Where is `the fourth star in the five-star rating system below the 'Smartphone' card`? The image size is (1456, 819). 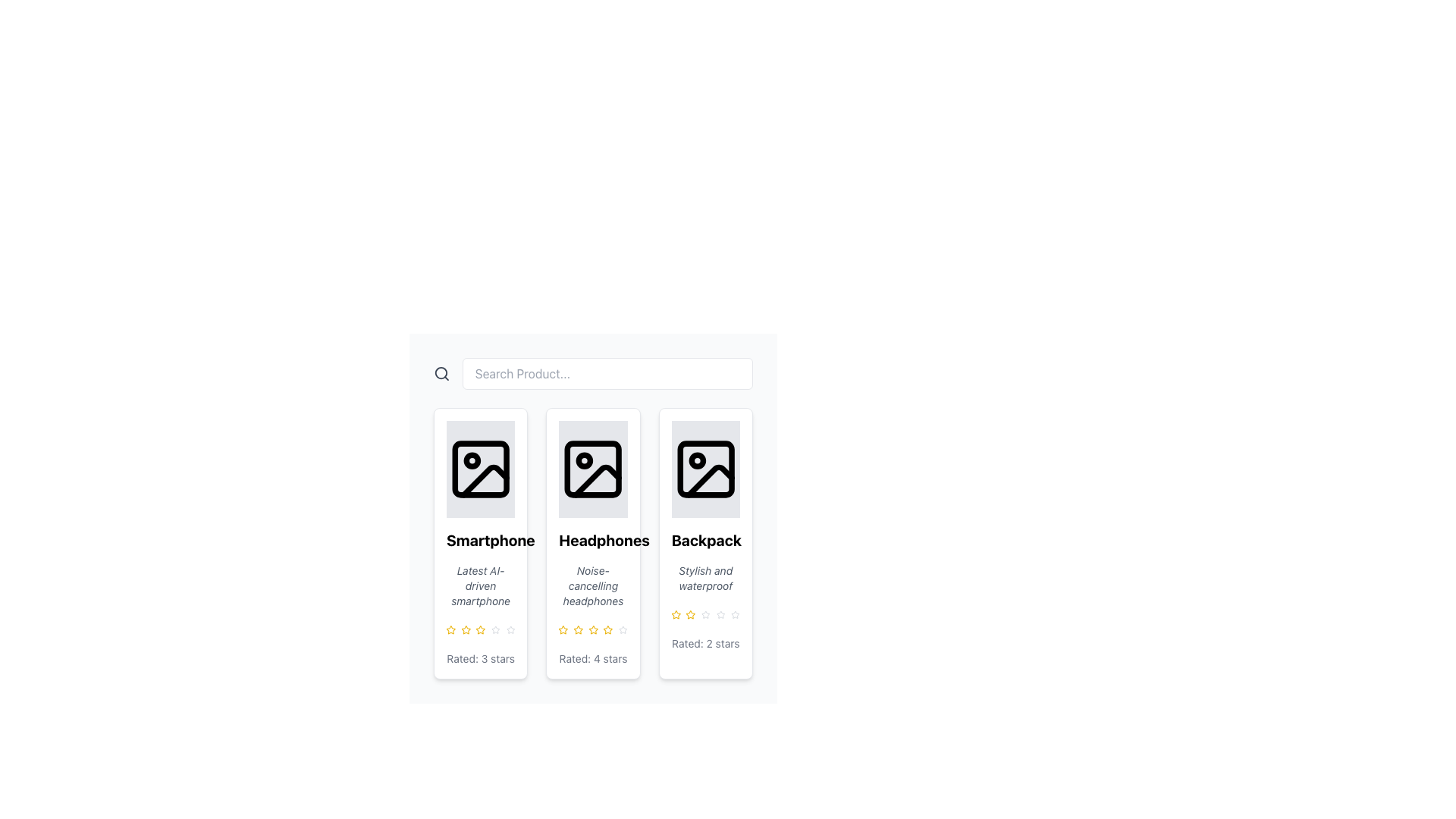 the fourth star in the five-star rating system below the 'Smartphone' card is located at coordinates (495, 629).